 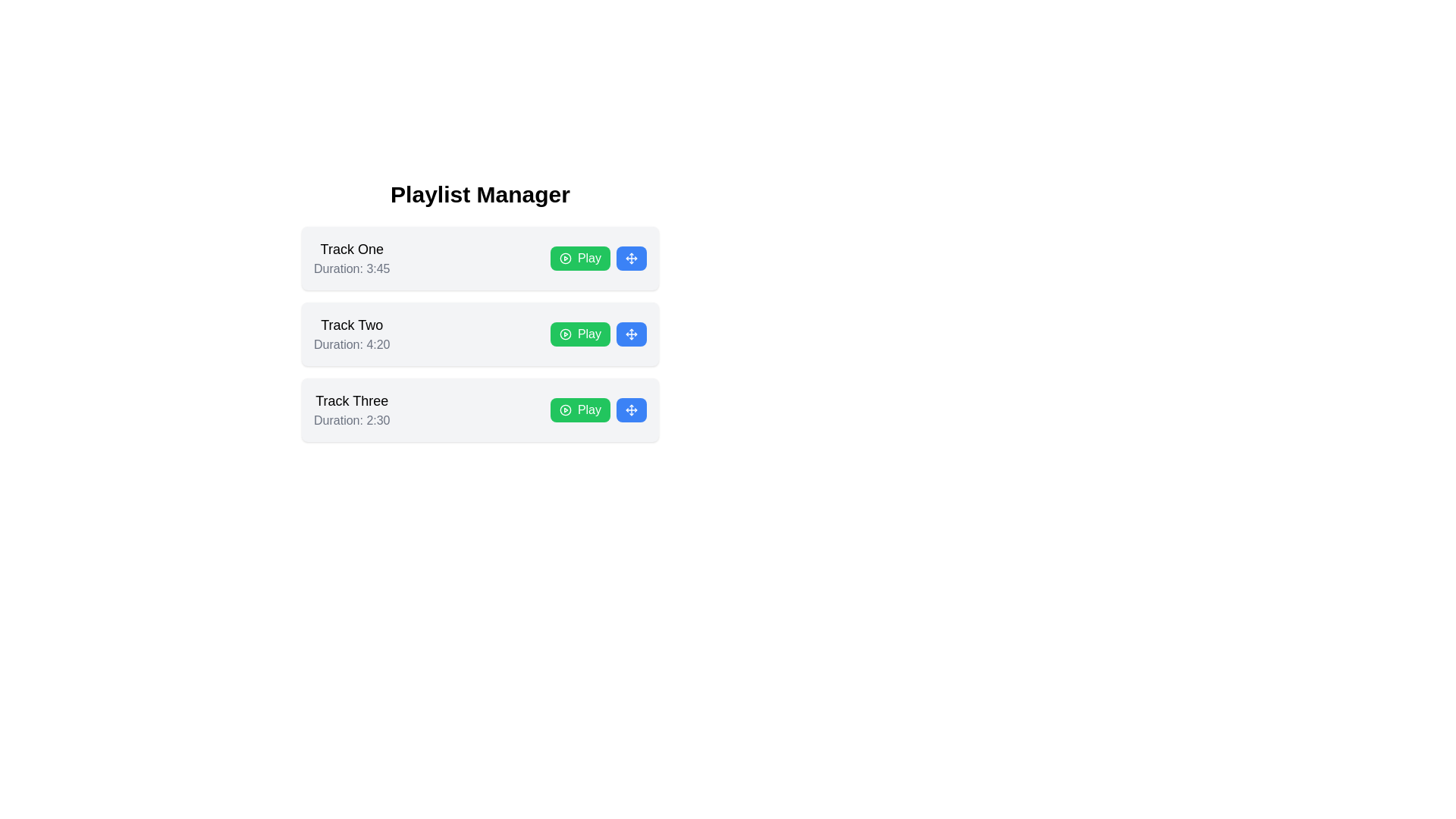 I want to click on the informational text label displaying the duration of 'Track Three' located in the third track section of the playlist, so click(x=351, y=421).